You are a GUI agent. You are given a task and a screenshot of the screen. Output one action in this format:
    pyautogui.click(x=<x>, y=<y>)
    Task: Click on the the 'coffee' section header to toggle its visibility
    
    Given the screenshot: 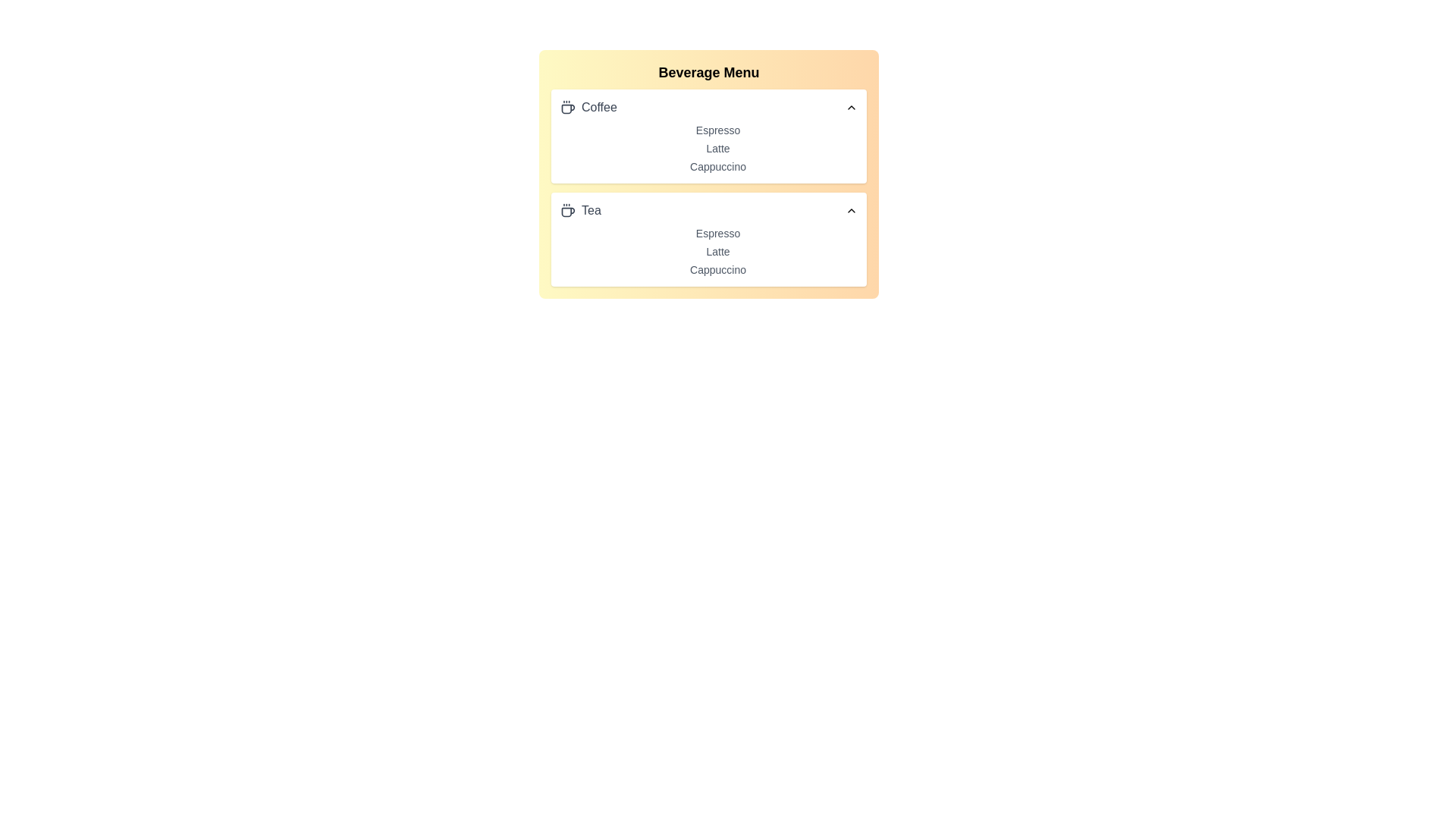 What is the action you would take?
    pyautogui.click(x=708, y=107)
    